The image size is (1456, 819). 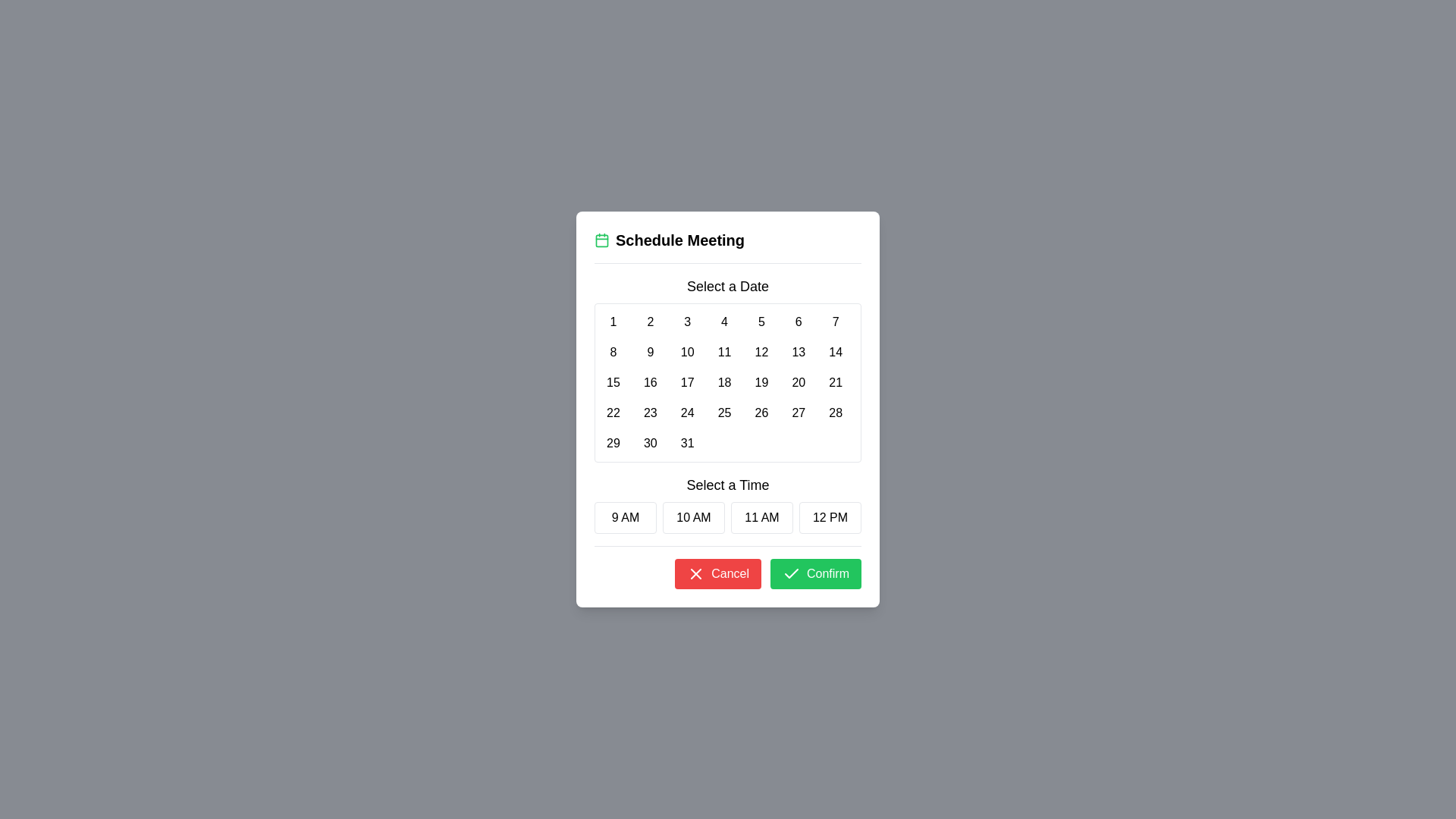 I want to click on the button corresponding to the 24th day of the month in the calendar interface, so click(x=686, y=413).